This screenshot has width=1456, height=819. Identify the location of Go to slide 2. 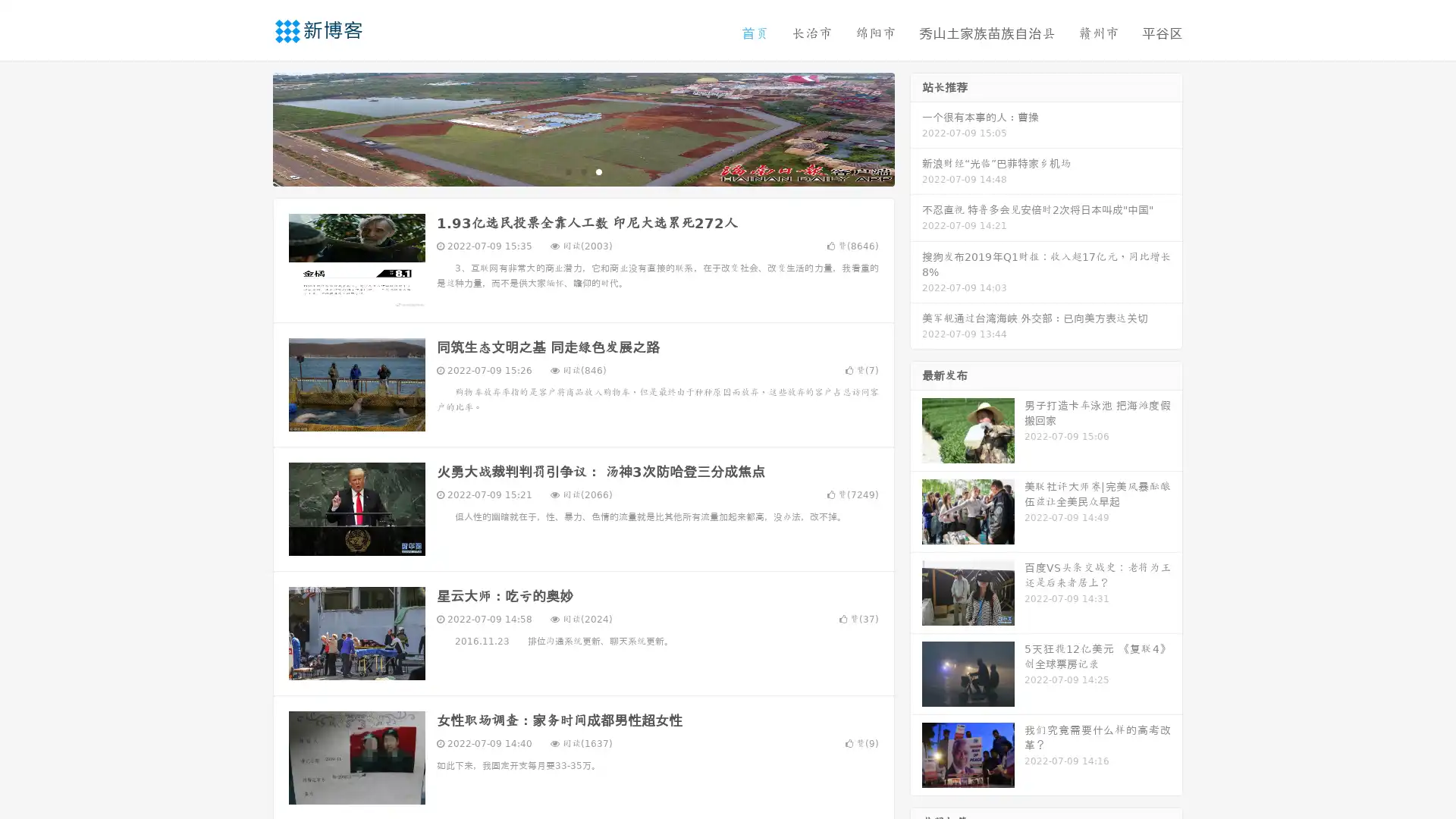
(582, 171).